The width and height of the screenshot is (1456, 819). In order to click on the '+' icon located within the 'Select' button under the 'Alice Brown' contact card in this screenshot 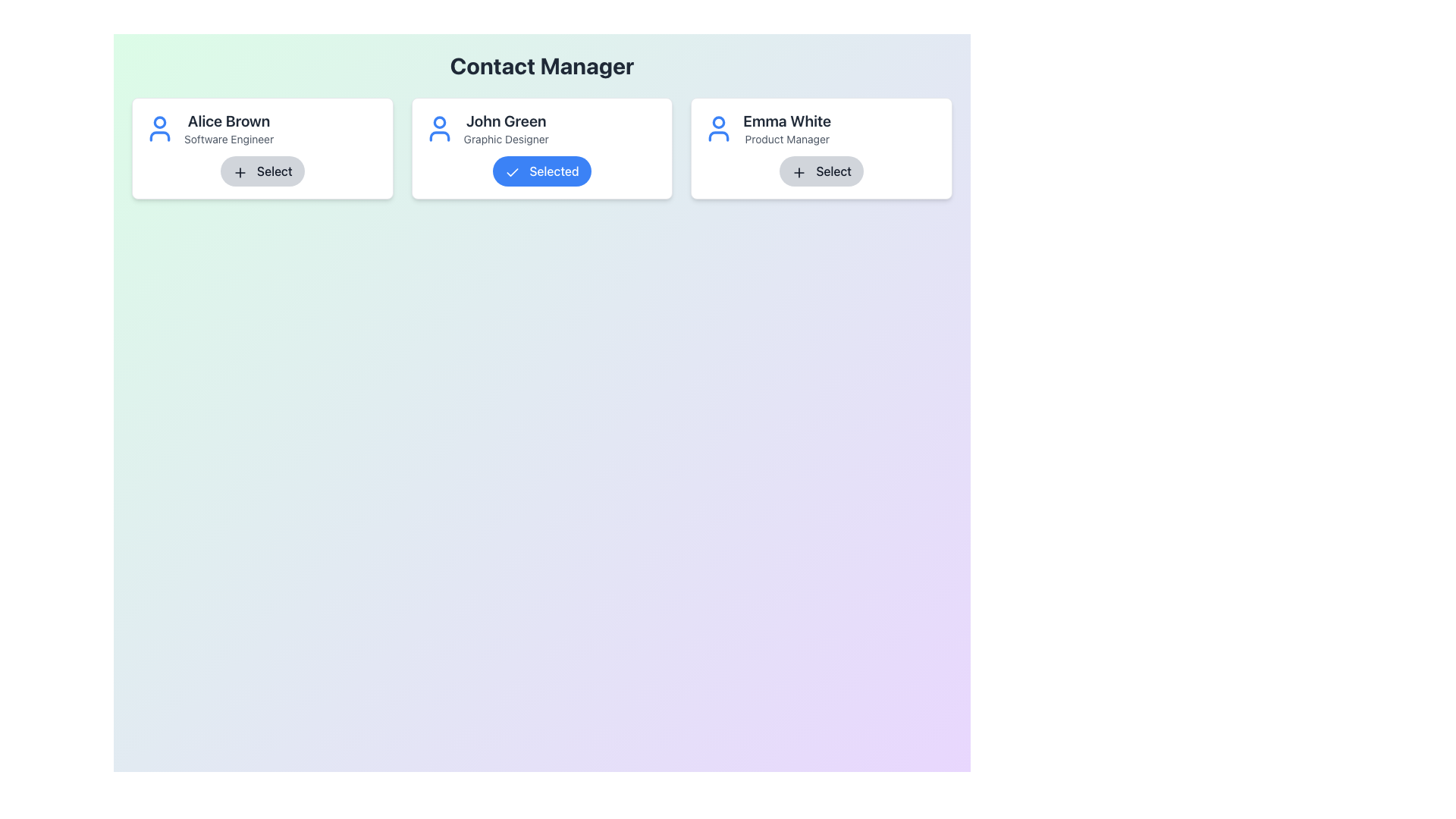, I will do `click(239, 171)`.